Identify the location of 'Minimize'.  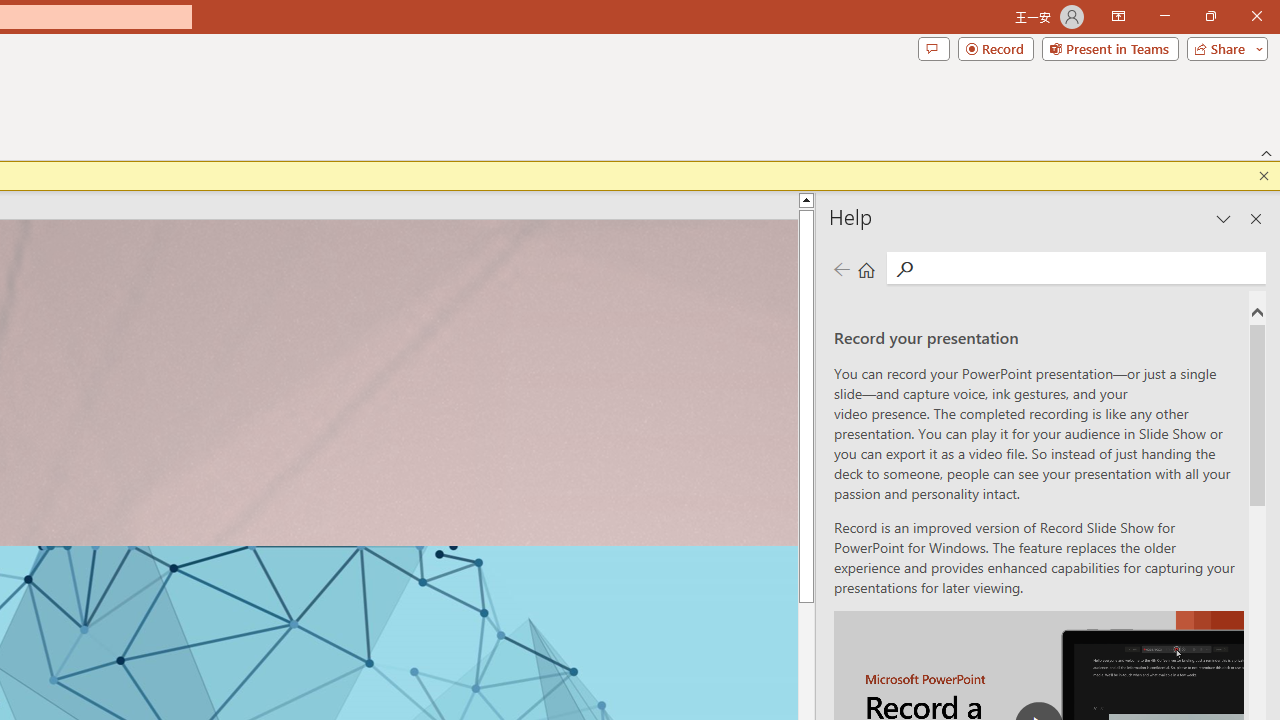
(1164, 16).